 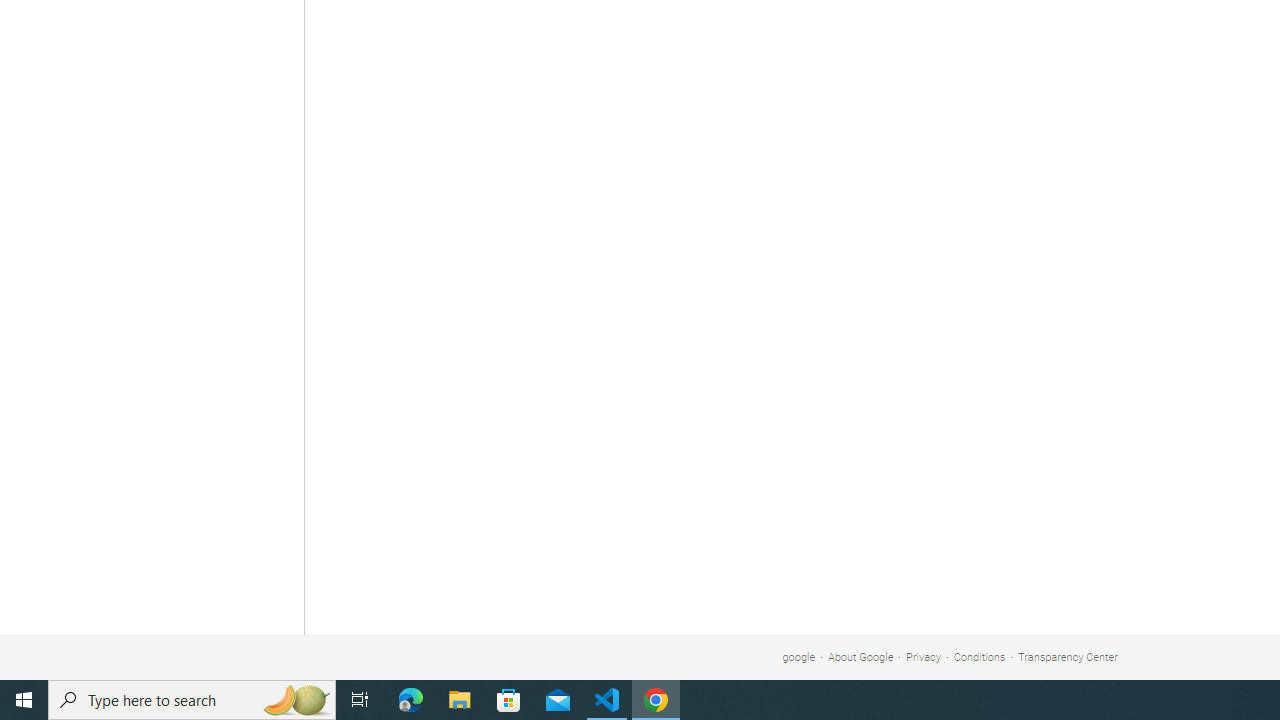 What do you see at coordinates (1066, 657) in the screenshot?
I see `'Transparency Center'` at bounding box center [1066, 657].